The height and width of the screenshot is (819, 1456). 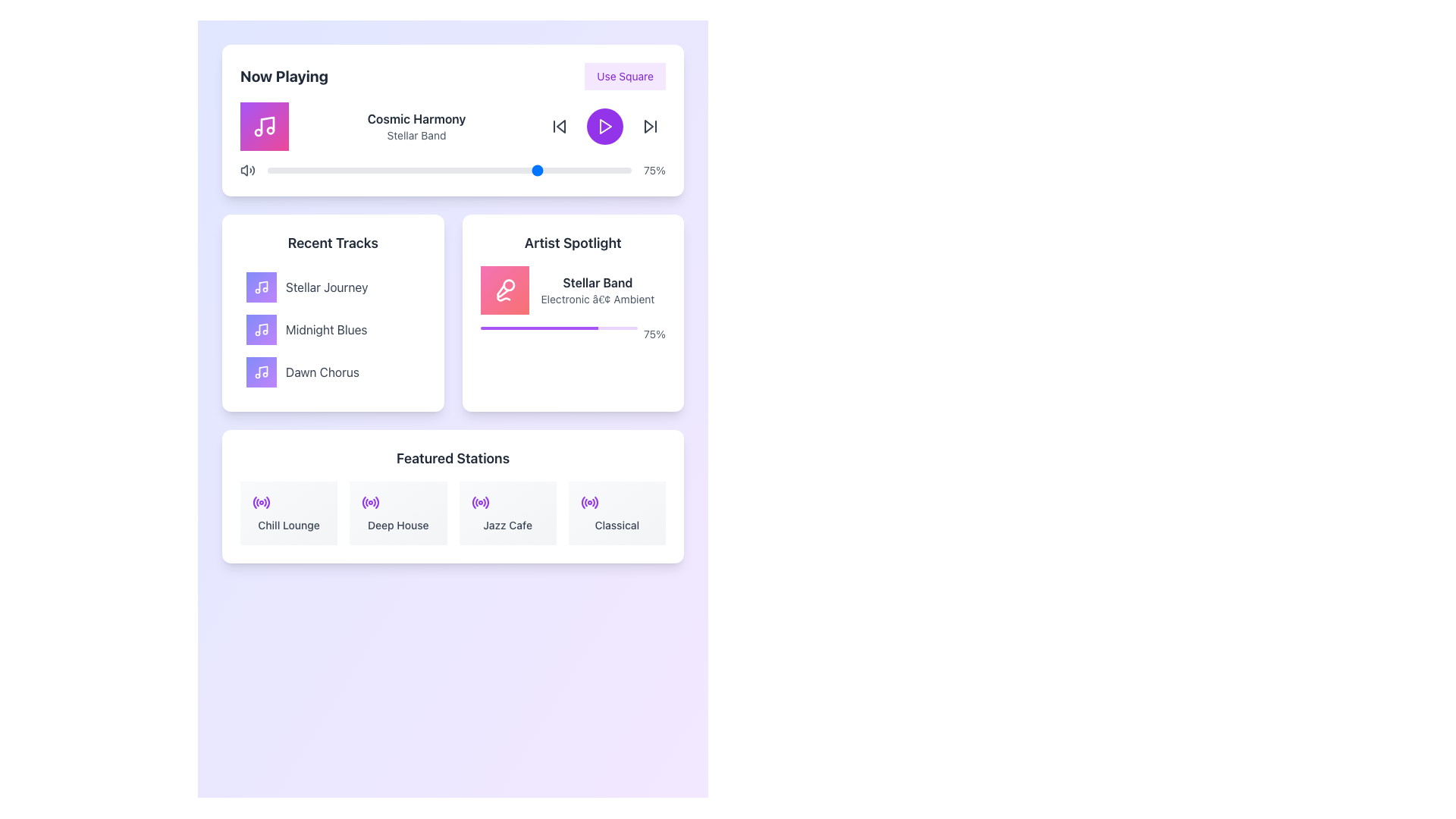 What do you see at coordinates (262, 287) in the screenshot?
I see `the white musical note icon within a purple square background located in the 'Recent Tracks' section, adjacent to 'Stellar Journey.'` at bounding box center [262, 287].